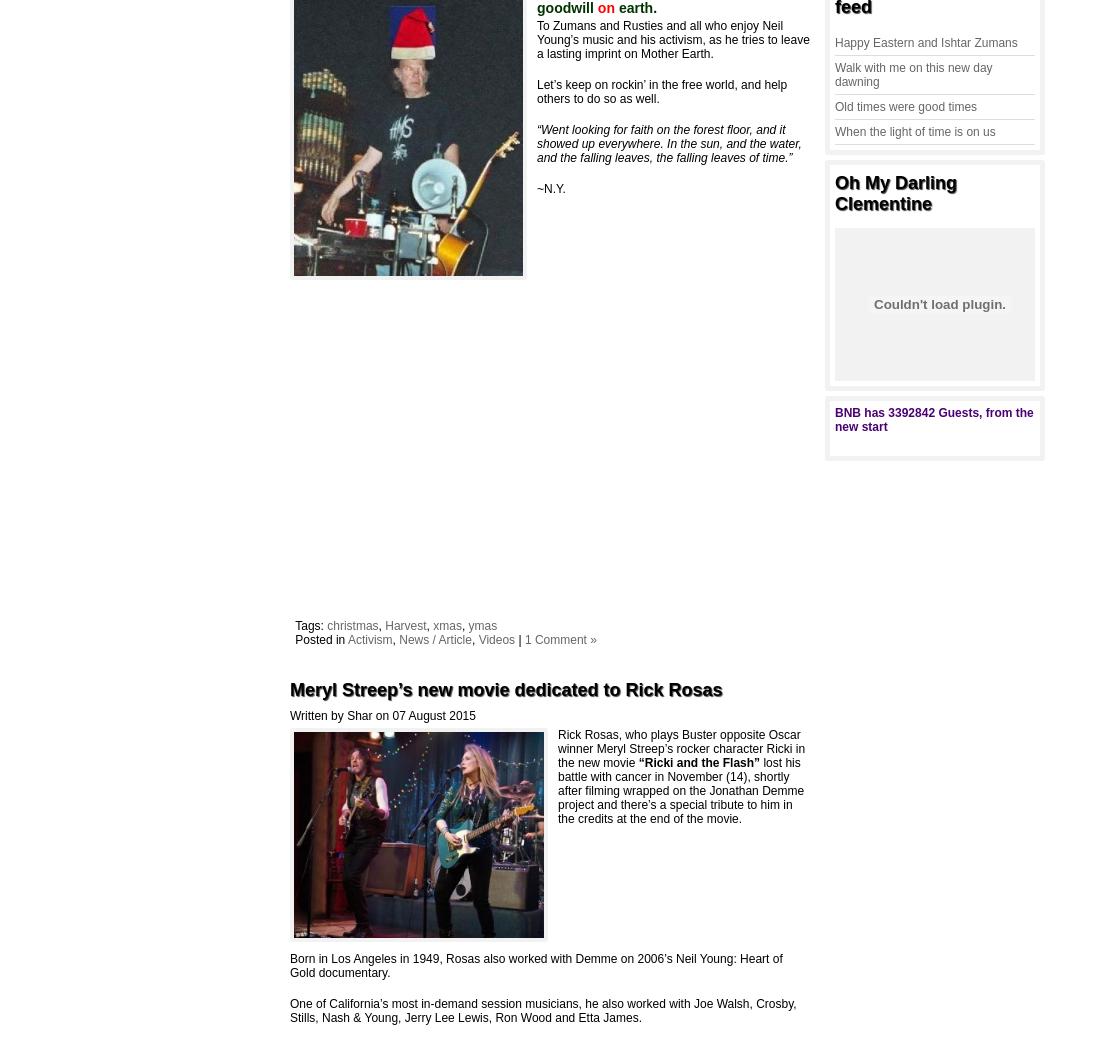  What do you see at coordinates (542, 1010) in the screenshot?
I see `'One of California’s most in-demand session musicians, he also worked with Joe Walsh, Crosby, Stills, Nash & Young, Jerry Lee Lewis, Ron Wood and Etta James.'` at bounding box center [542, 1010].